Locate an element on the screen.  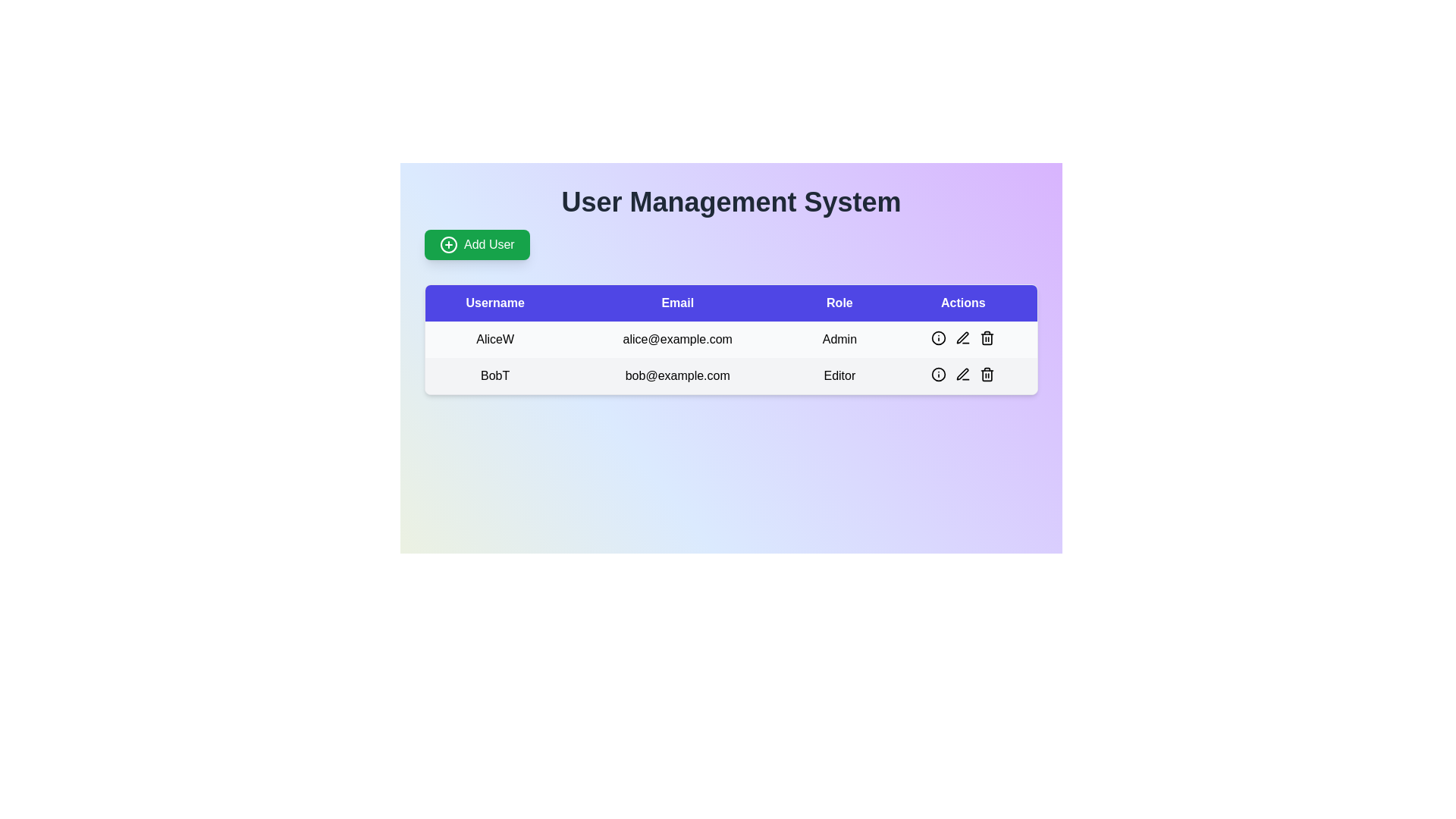
the 'Add User' button located below the 'User Management System' header is located at coordinates (476, 244).